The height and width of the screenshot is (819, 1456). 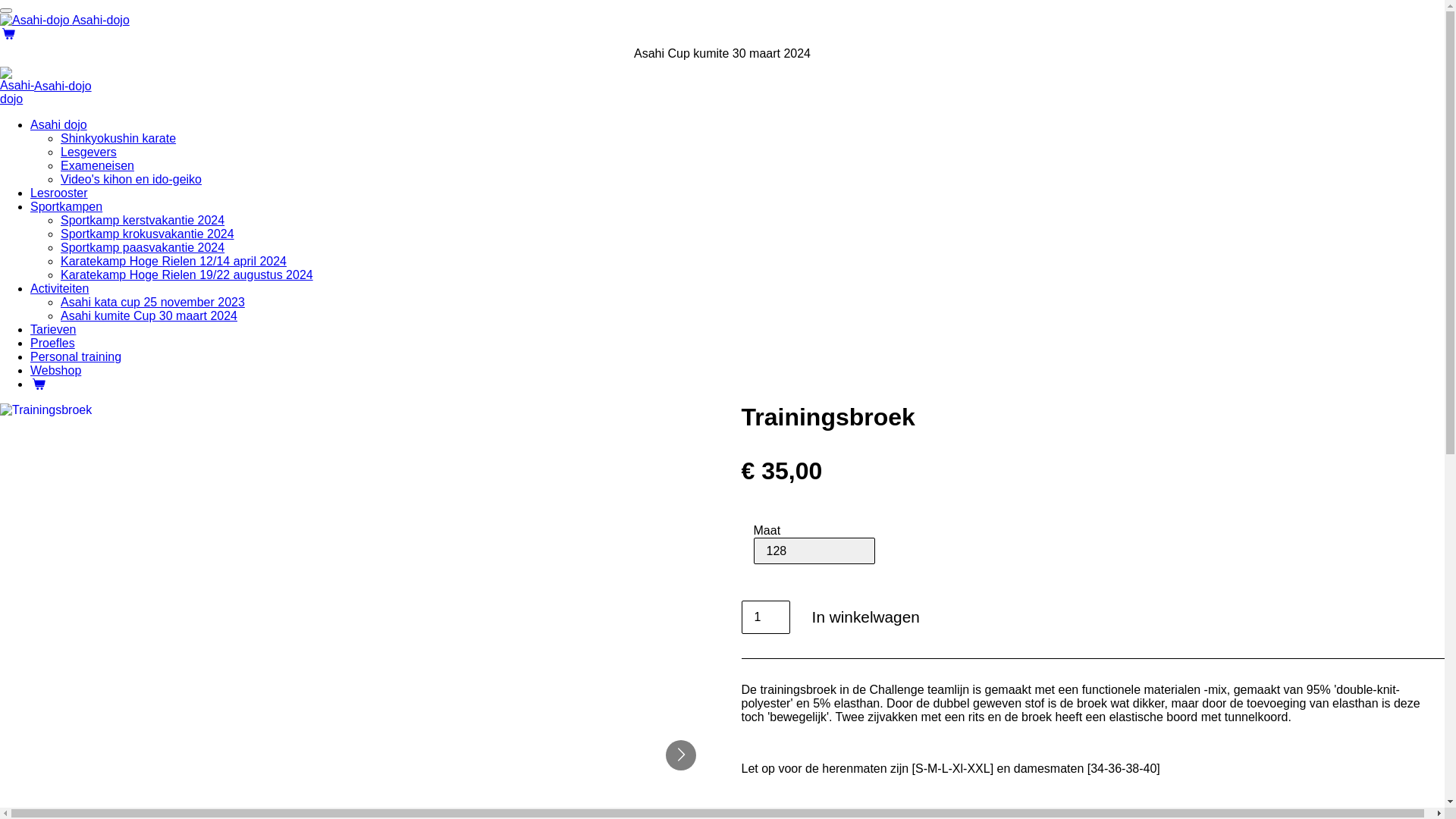 What do you see at coordinates (149, 315) in the screenshot?
I see `'Asahi kumite Cup 30 maart 2024'` at bounding box center [149, 315].